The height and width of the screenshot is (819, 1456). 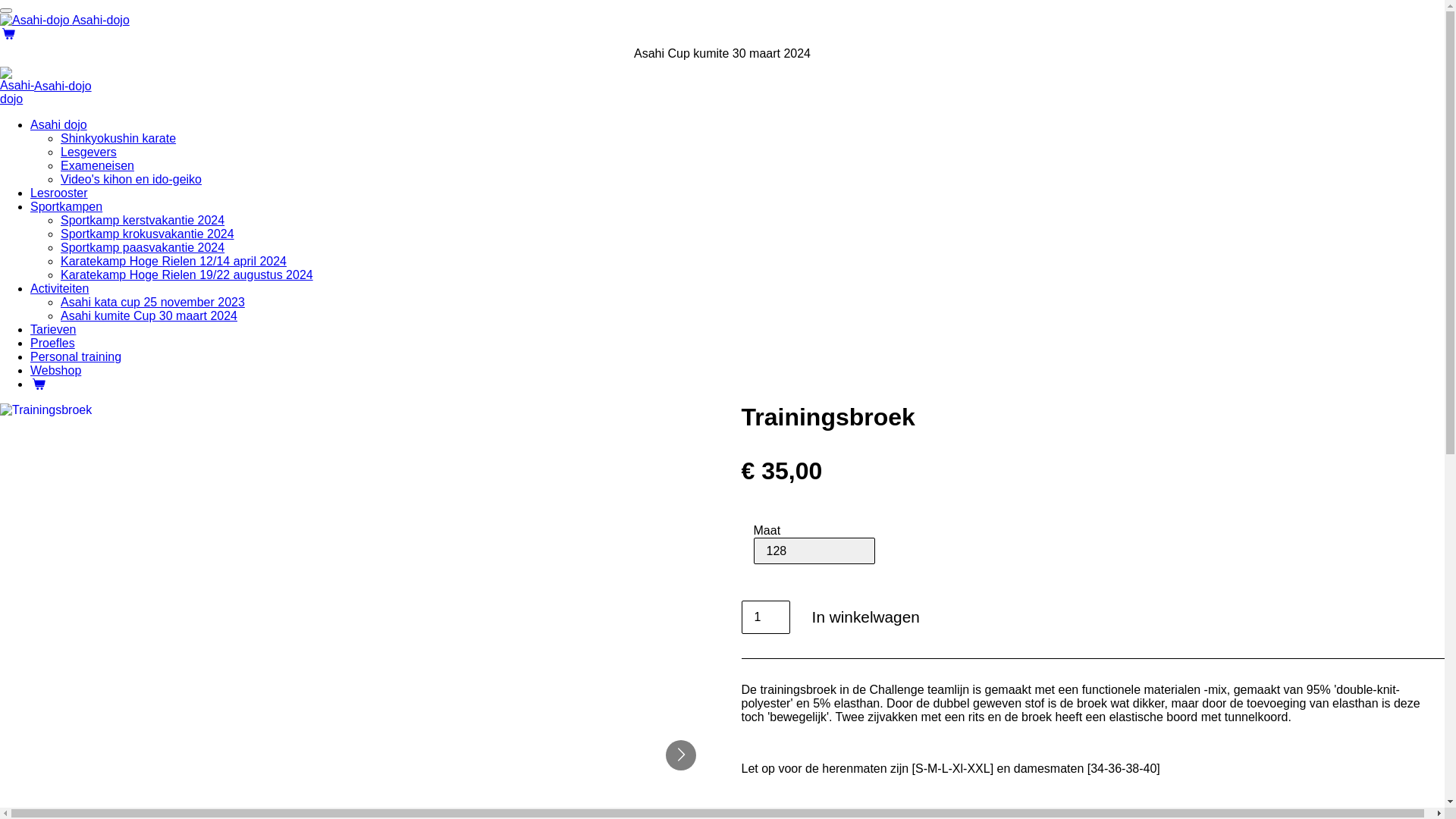 What do you see at coordinates (149, 315) in the screenshot?
I see `'Asahi kumite Cup 30 maart 2024'` at bounding box center [149, 315].